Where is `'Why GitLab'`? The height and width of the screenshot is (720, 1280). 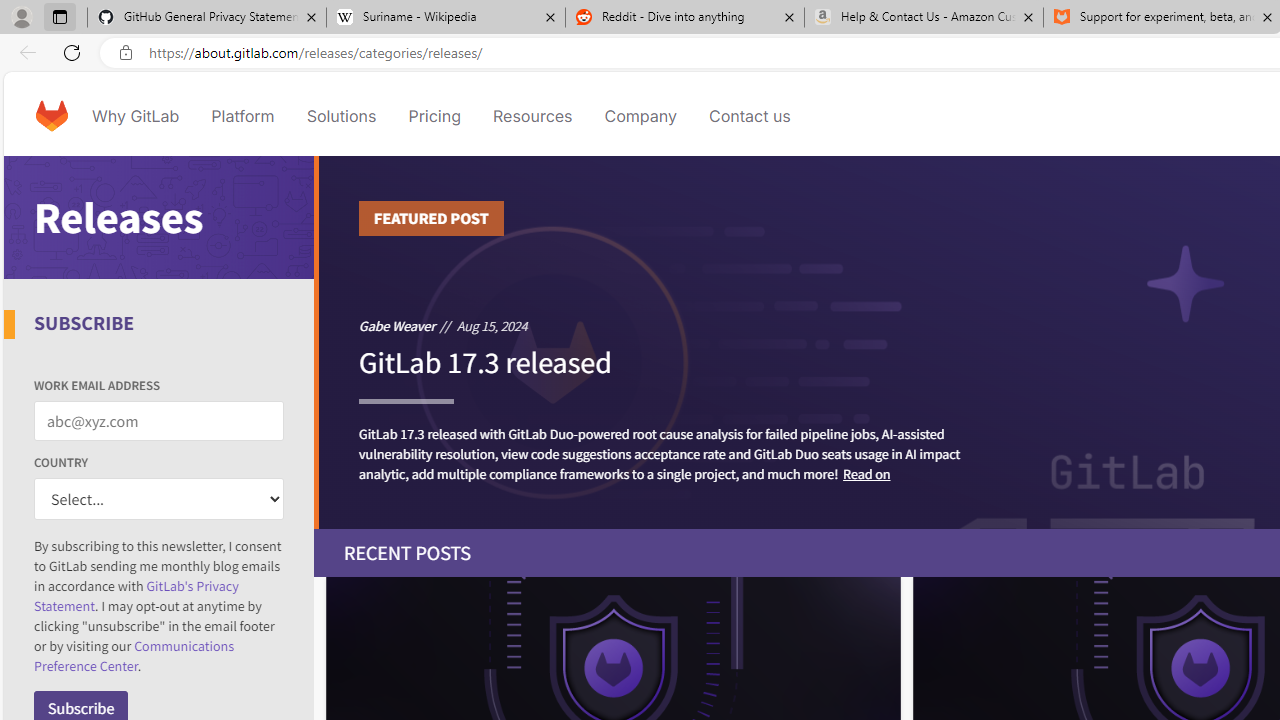
'Why GitLab' is located at coordinates (135, 115).